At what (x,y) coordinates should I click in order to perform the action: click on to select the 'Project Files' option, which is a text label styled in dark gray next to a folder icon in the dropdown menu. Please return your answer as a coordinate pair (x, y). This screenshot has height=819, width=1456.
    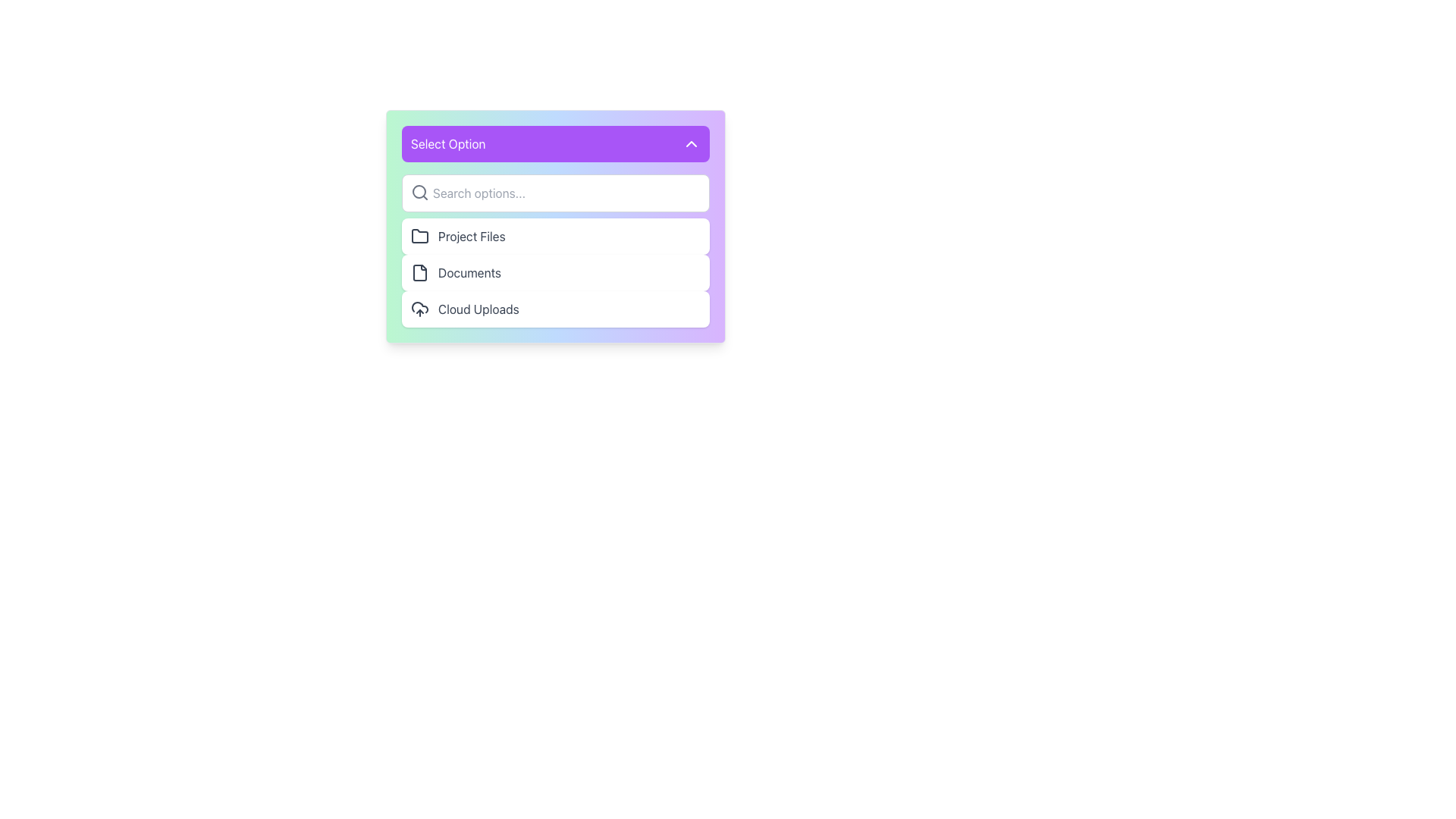
    Looking at the image, I should click on (471, 237).